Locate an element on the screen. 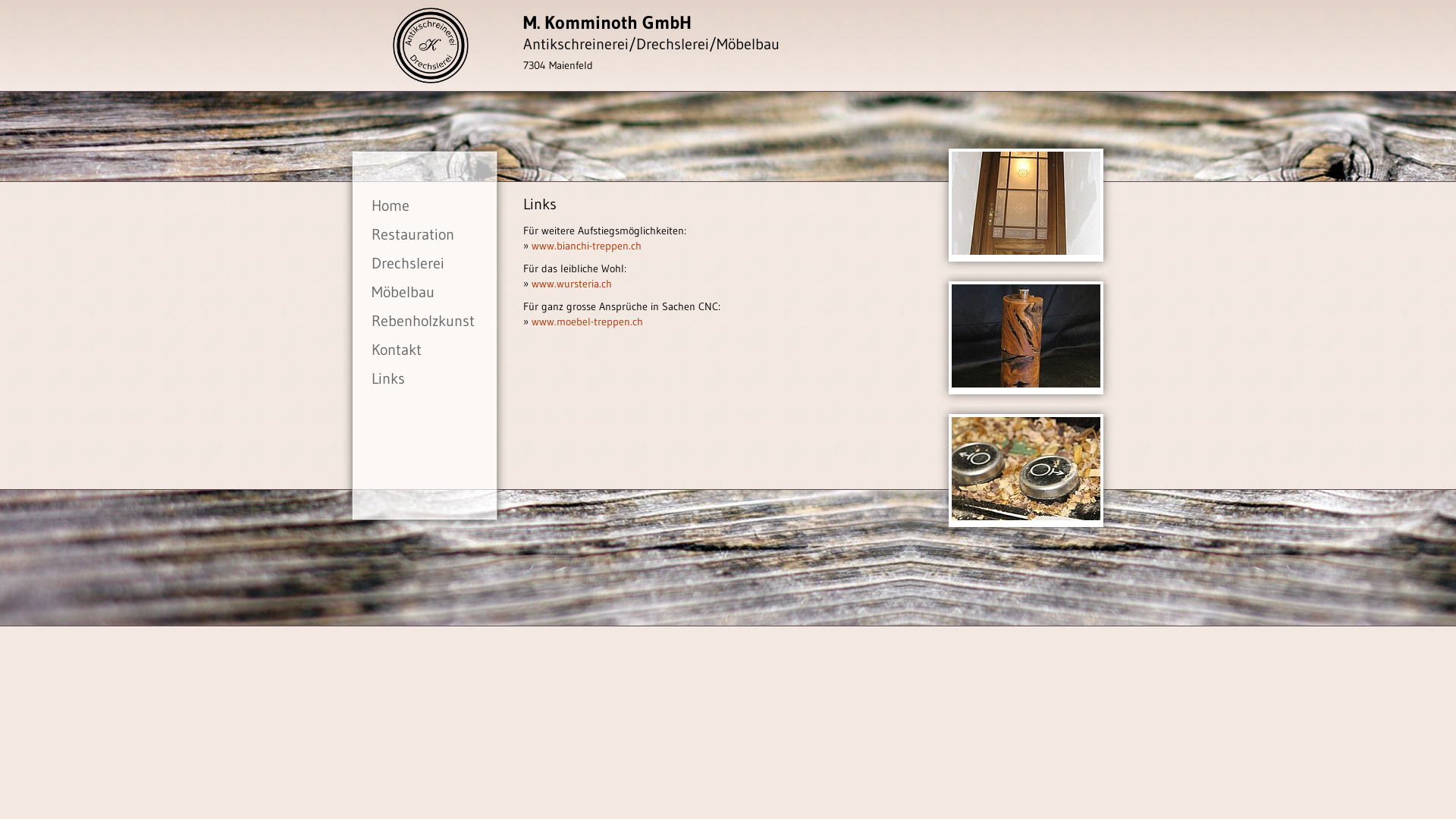  'Antikschreinerei Komminoth' is located at coordinates (429, 45).